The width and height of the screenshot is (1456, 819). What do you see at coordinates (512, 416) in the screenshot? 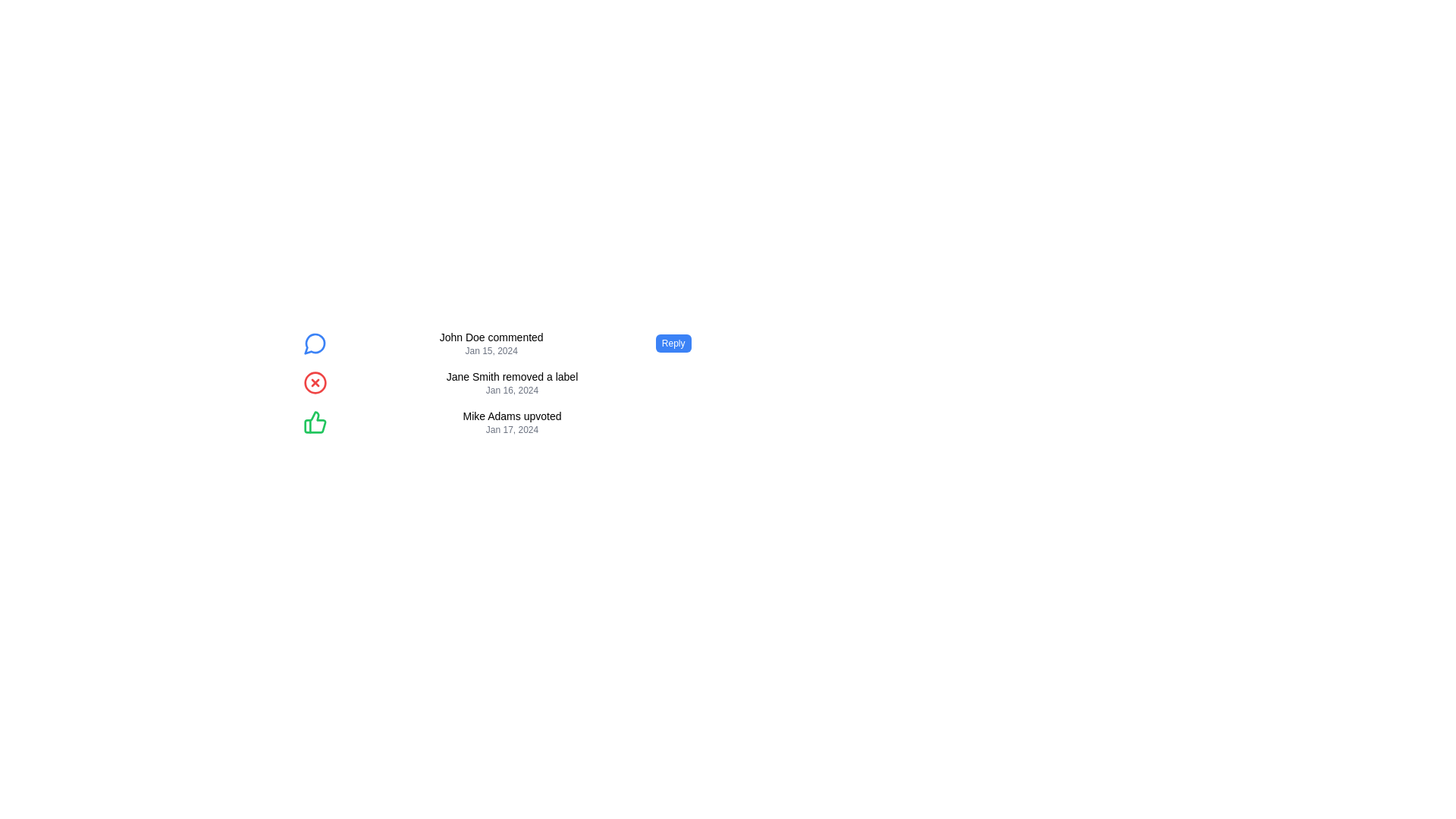
I see `the static text display that notifies that 'Mike Adams' performed an upvote, which is the third action in a vertical list of events` at bounding box center [512, 416].